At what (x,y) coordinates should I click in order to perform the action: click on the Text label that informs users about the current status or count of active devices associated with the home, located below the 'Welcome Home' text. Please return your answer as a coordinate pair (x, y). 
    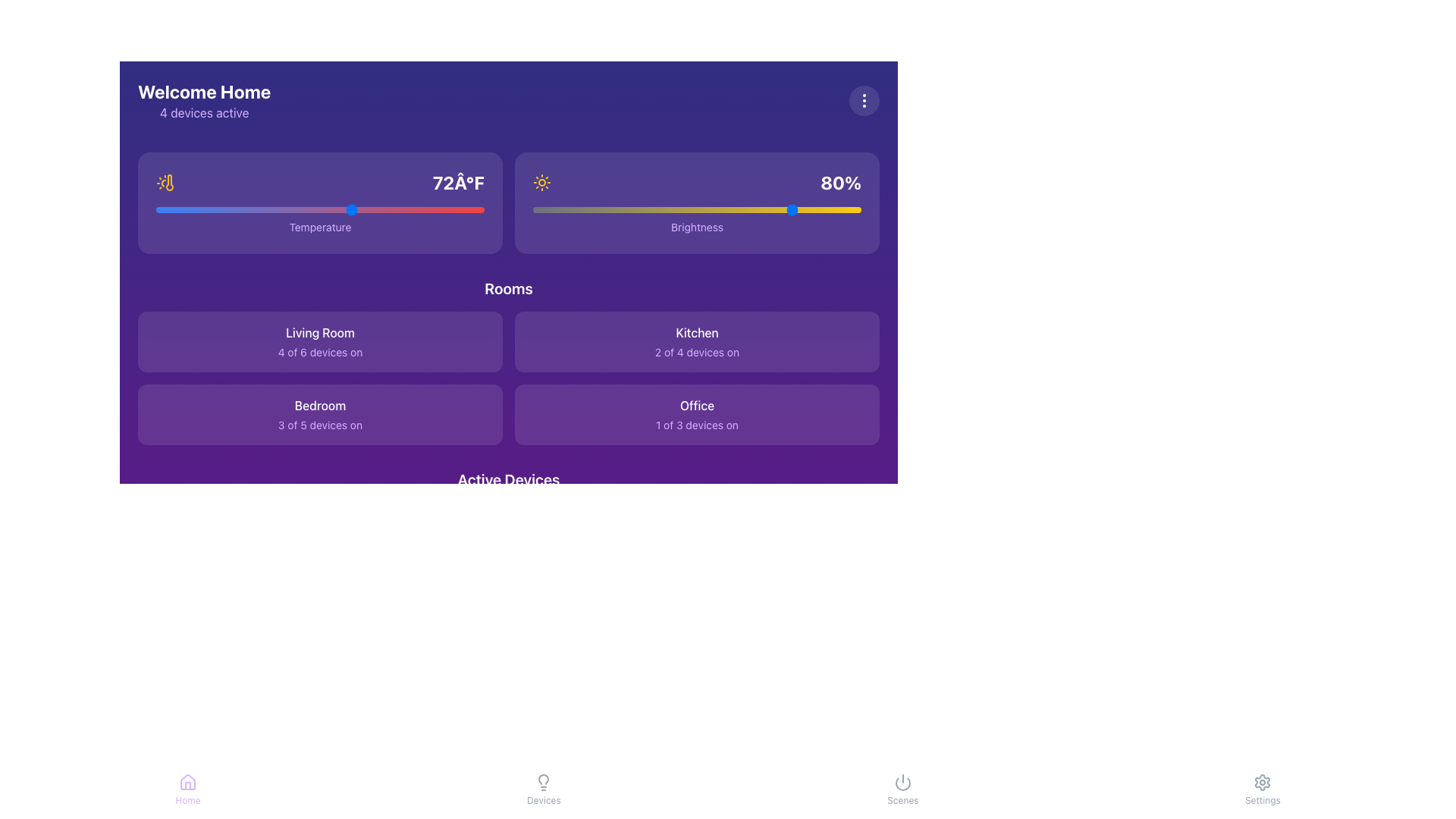
    Looking at the image, I should click on (203, 112).